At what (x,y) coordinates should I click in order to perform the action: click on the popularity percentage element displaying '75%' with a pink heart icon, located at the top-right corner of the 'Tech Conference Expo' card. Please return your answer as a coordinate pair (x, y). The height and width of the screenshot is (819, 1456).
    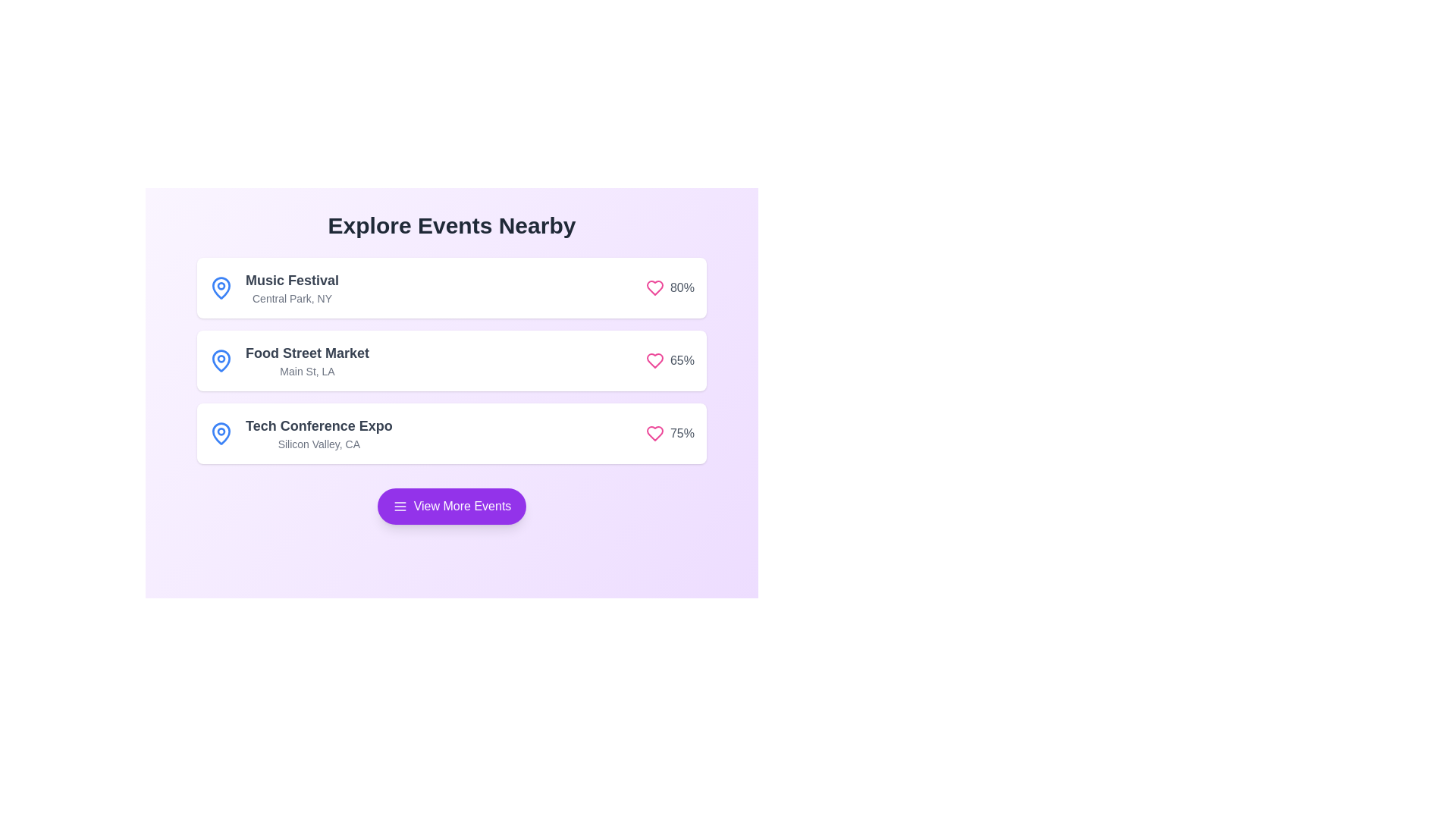
    Looking at the image, I should click on (669, 433).